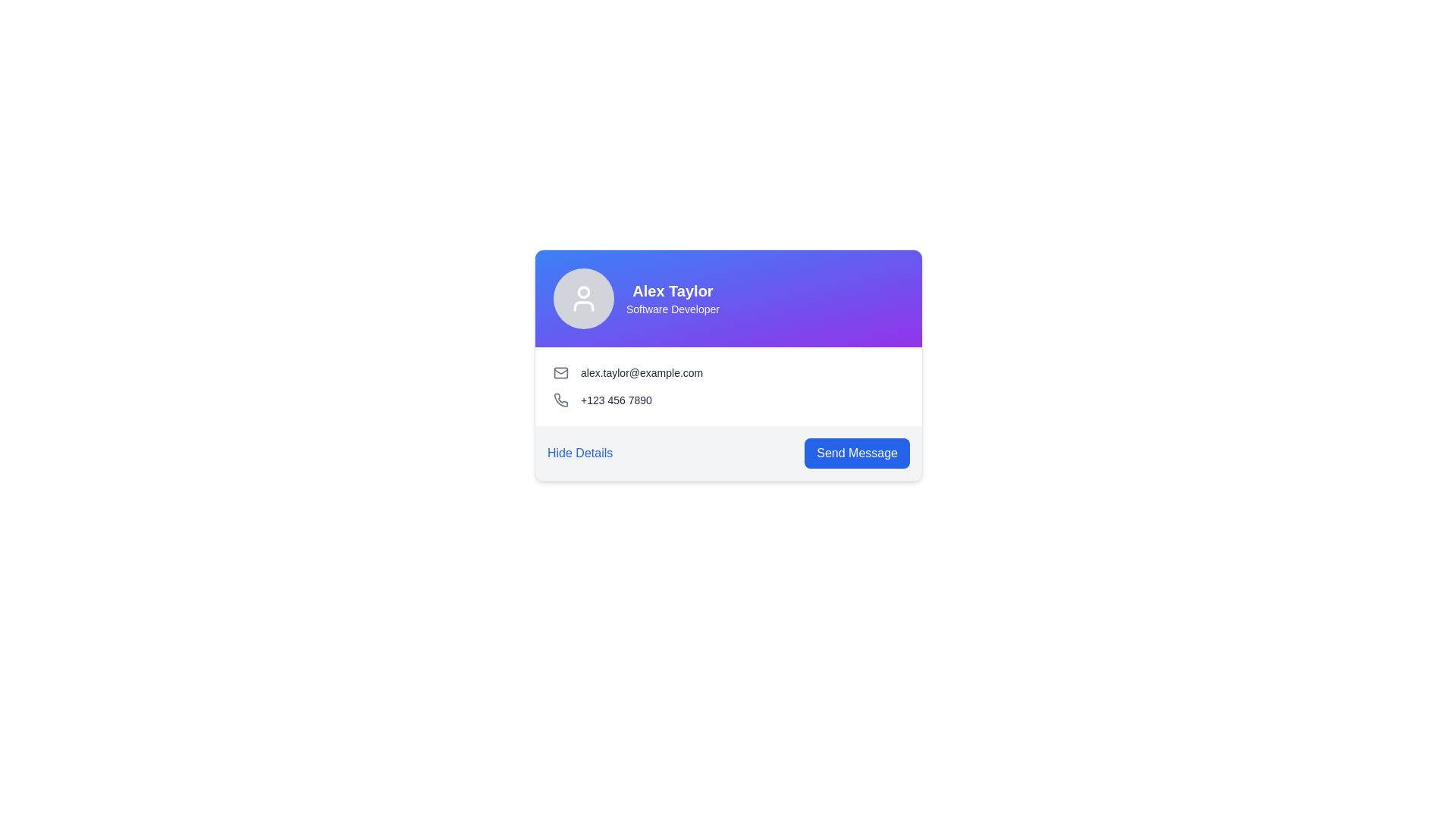 The height and width of the screenshot is (819, 1456). I want to click on the Profile Icon representing the user, which is located in the upper left corner of the card adjacent to the name 'Alex Taylor' and designation 'Software Developer', so click(582, 298).